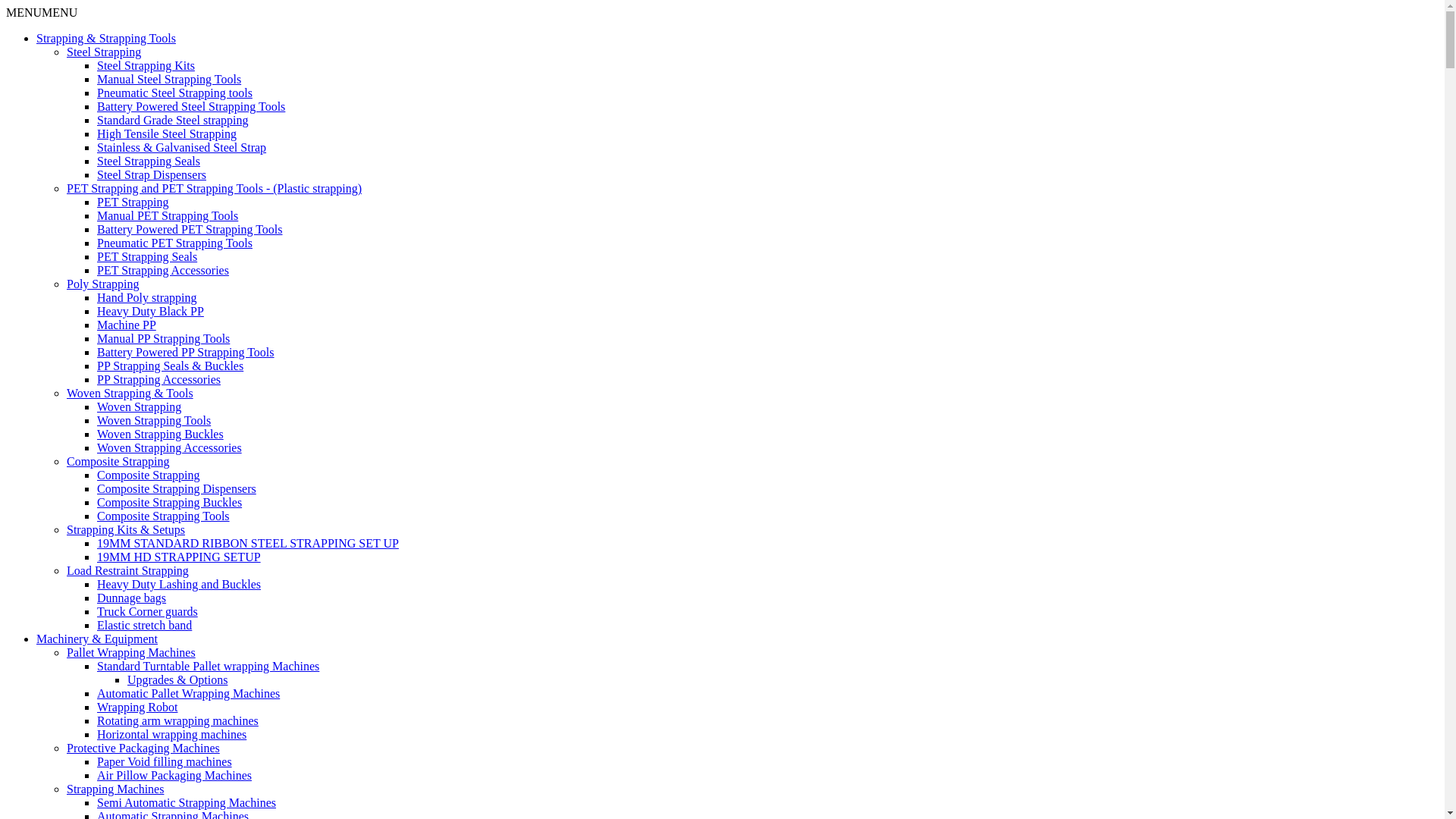 Image resolution: width=1456 pixels, height=819 pixels. I want to click on 'Air Pillow Packaging Machines', so click(174, 775).